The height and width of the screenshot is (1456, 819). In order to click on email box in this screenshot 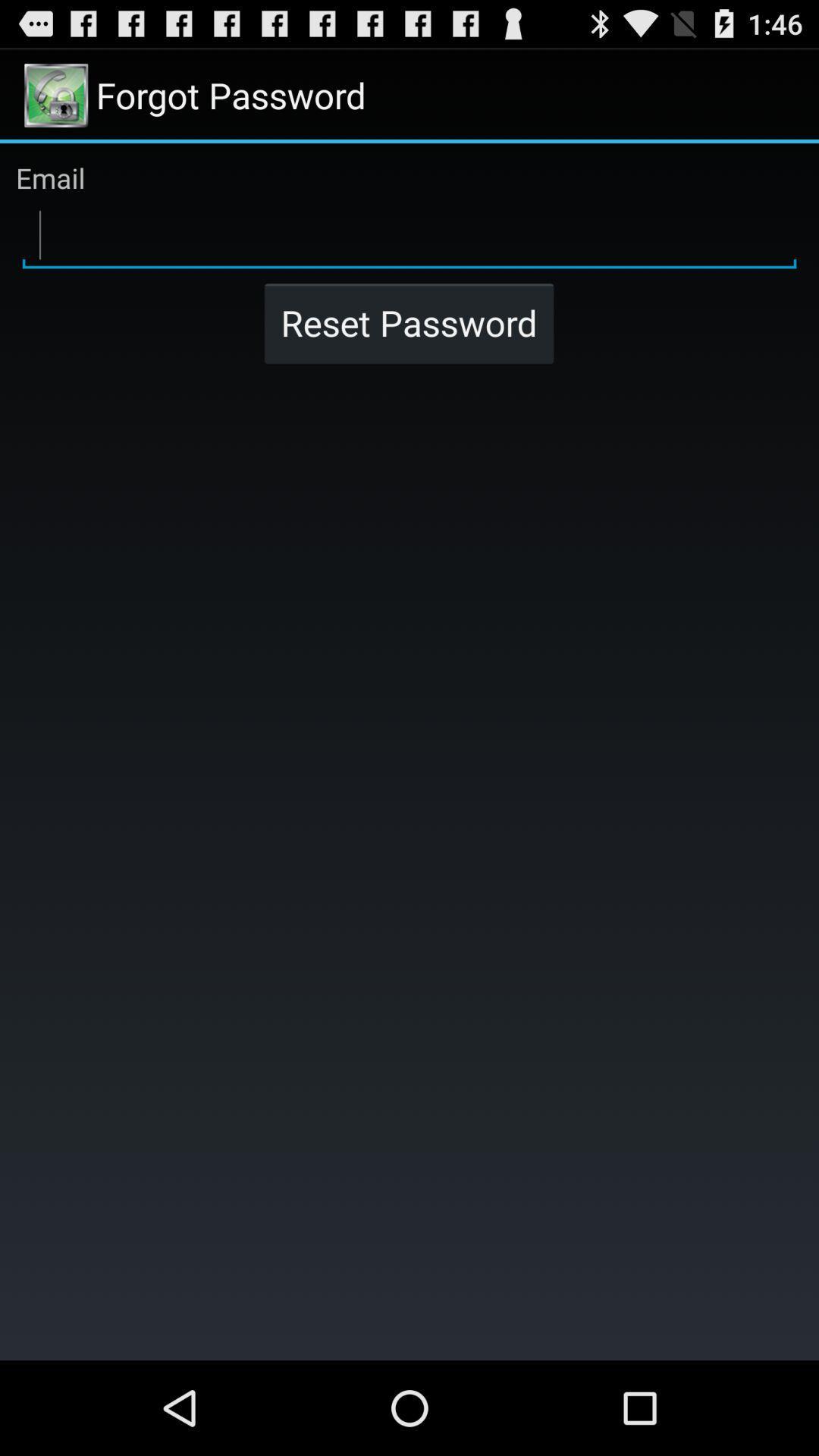, I will do `click(409, 235)`.